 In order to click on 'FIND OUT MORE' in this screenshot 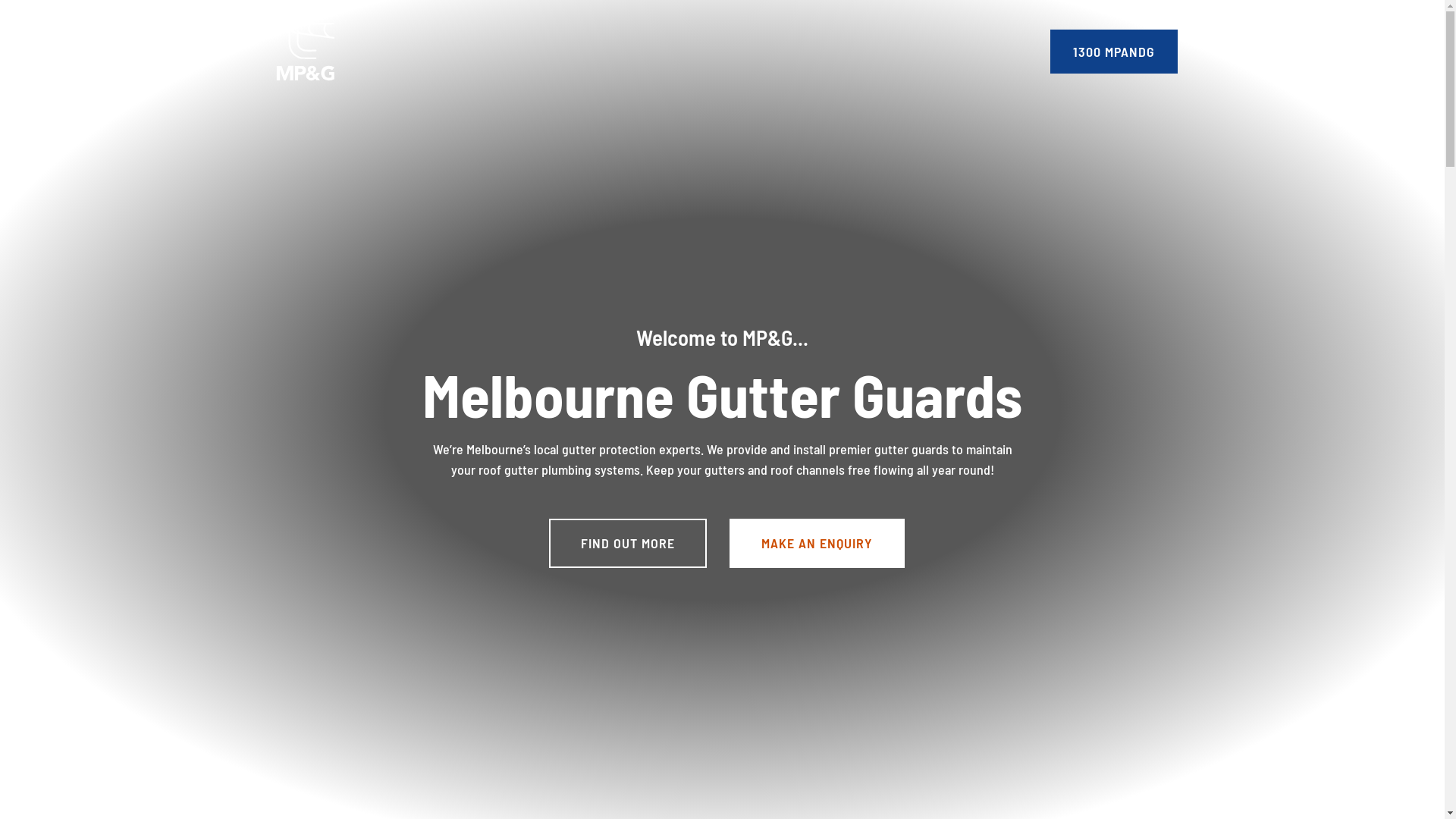, I will do `click(628, 542)`.